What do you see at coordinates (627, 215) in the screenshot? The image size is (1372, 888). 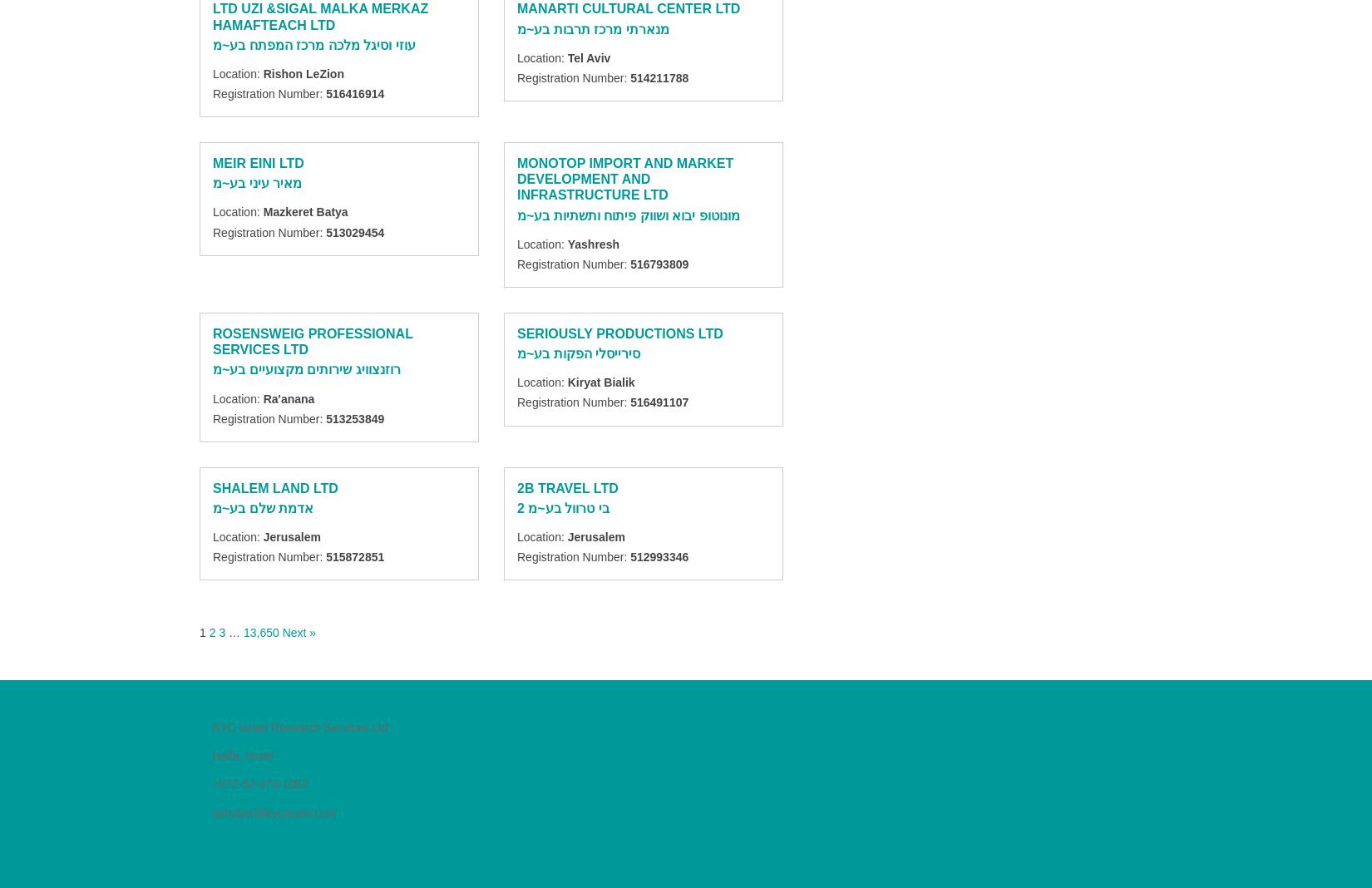 I see `'מונוטופ יבוא ושווק פיתוח ותשתיות  בע~מ'` at bounding box center [627, 215].